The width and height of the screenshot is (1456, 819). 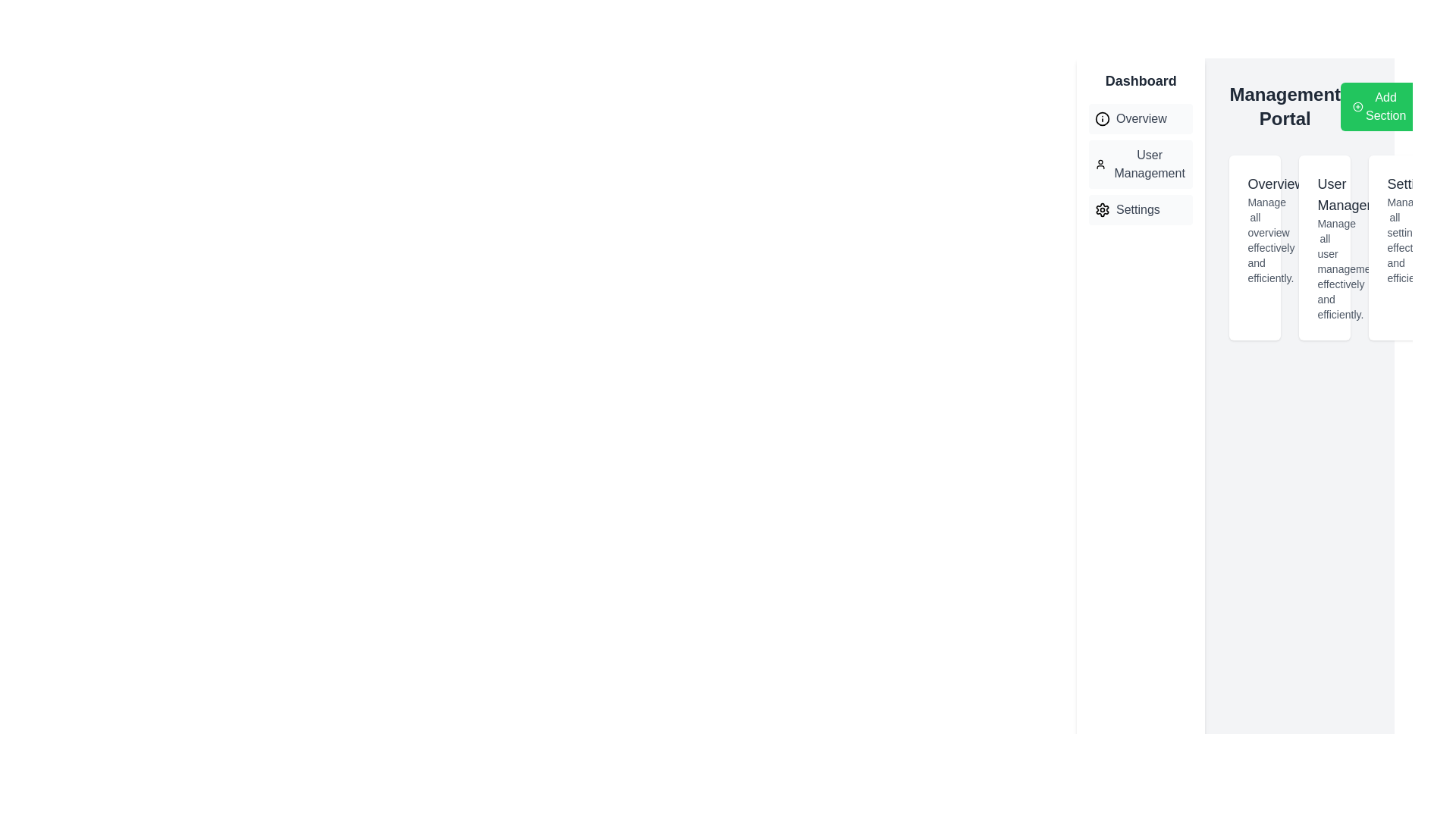 What do you see at coordinates (1137, 210) in the screenshot?
I see `the 'Settings' text label located in the left sidebar, which serves as a title for the adjacent settings icon` at bounding box center [1137, 210].